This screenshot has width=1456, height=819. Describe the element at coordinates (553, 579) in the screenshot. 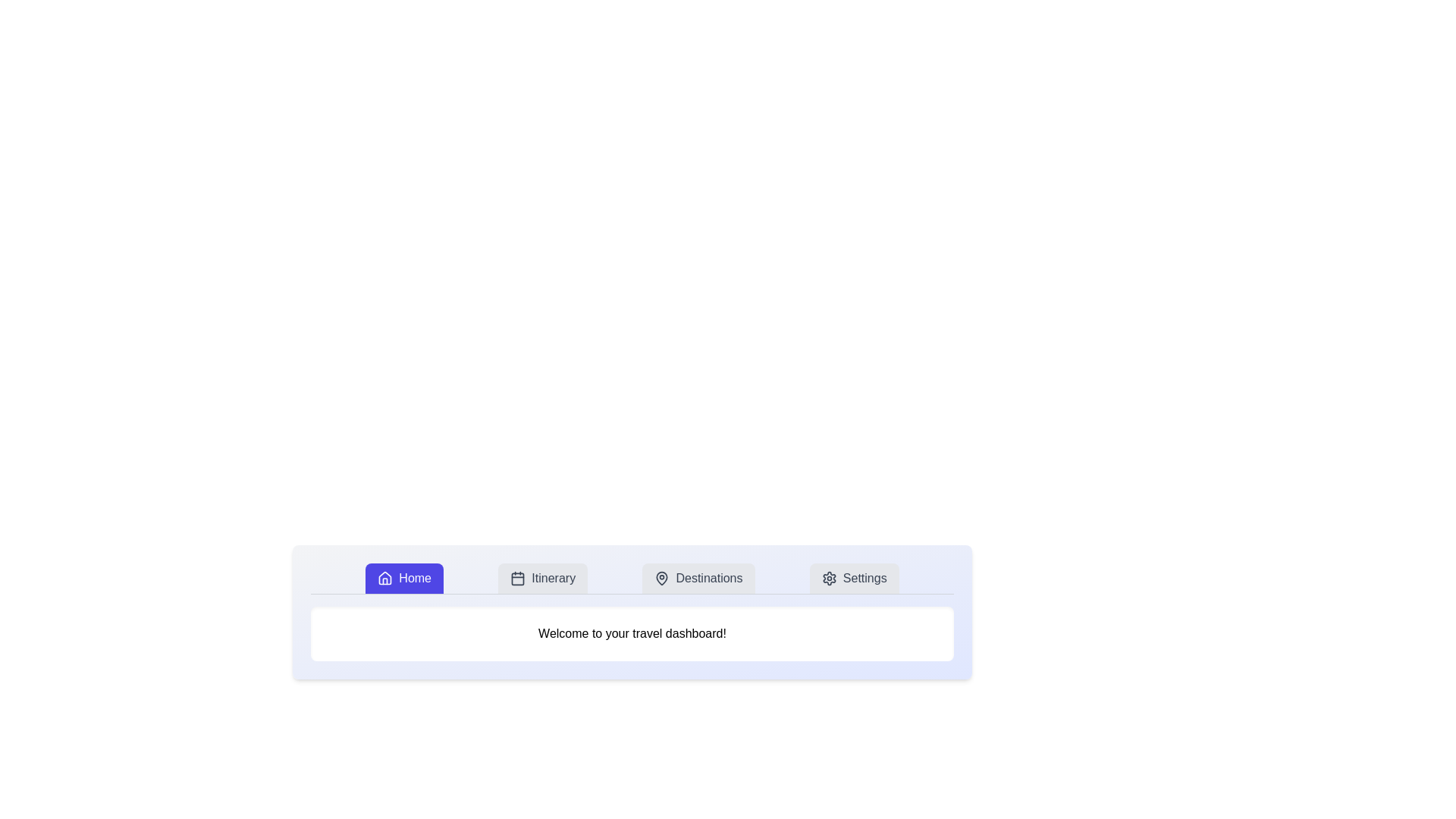

I see `the 'Itinerary' text label in the navigation bar` at that location.